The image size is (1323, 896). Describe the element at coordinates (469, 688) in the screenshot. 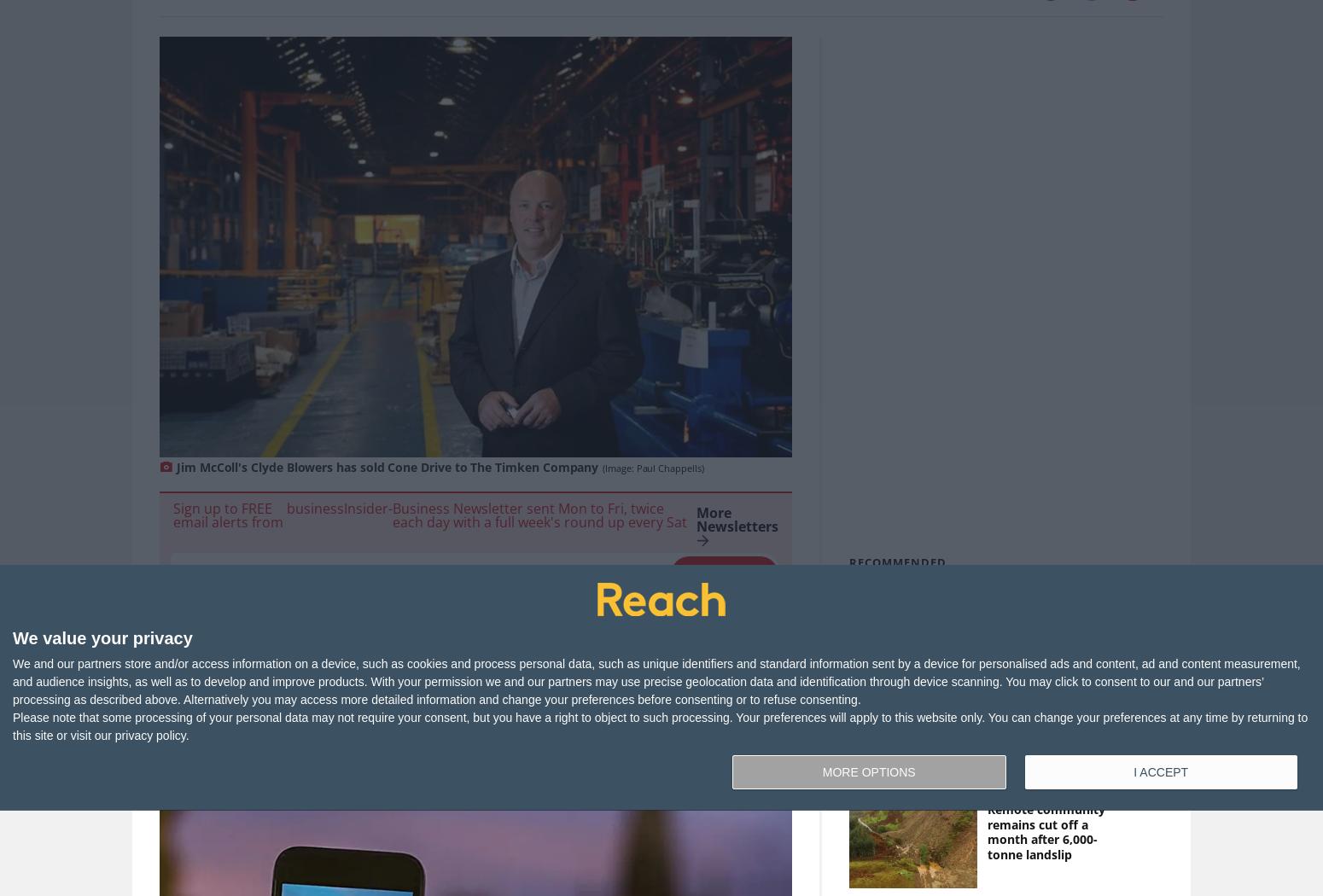

I see `'to American-based global bearings business The Timken Company in a multi-million dollar deal.'` at that location.